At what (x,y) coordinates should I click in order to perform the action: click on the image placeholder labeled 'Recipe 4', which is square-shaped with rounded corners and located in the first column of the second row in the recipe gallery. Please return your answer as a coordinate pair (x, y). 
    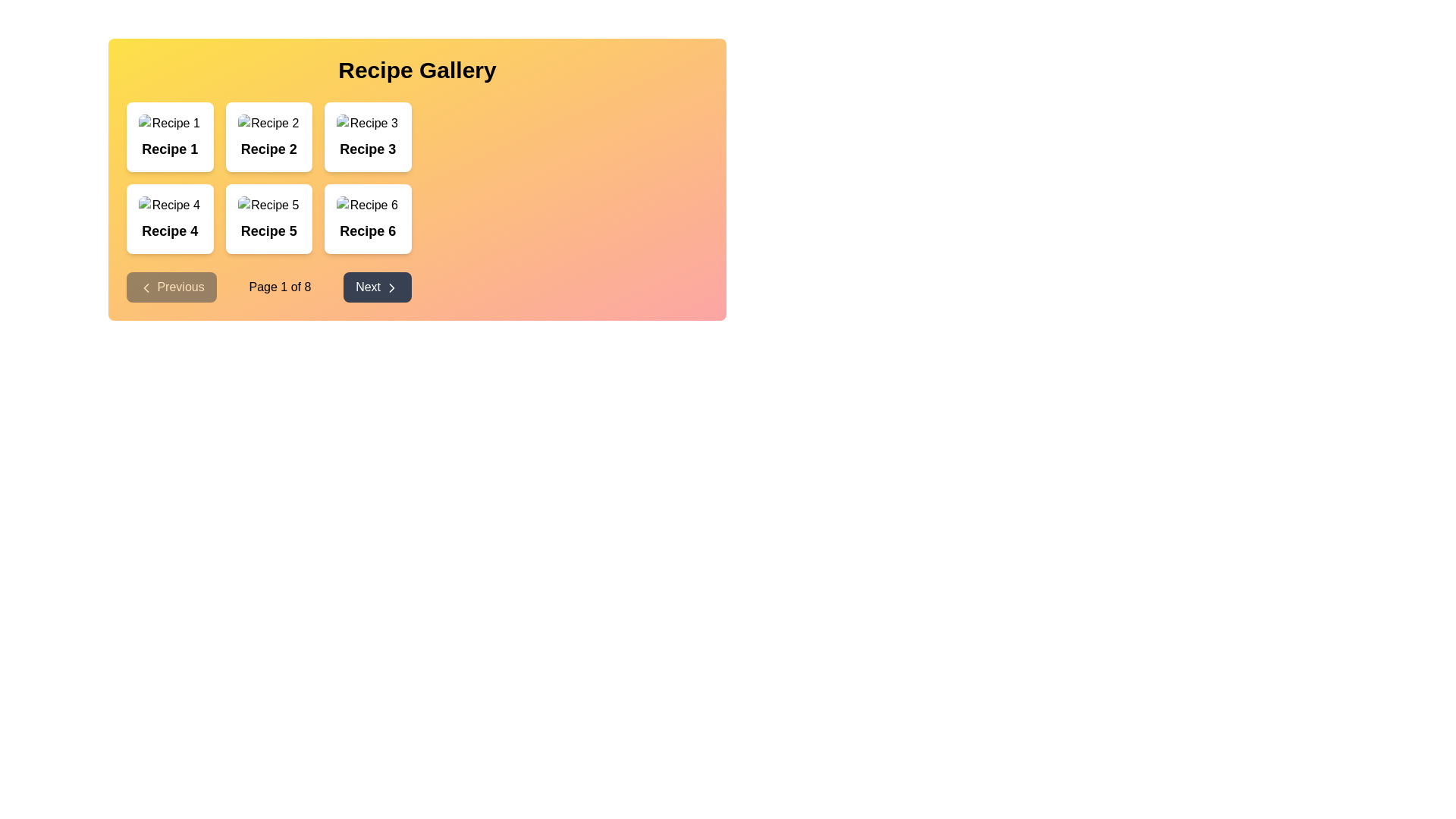
    Looking at the image, I should click on (170, 205).